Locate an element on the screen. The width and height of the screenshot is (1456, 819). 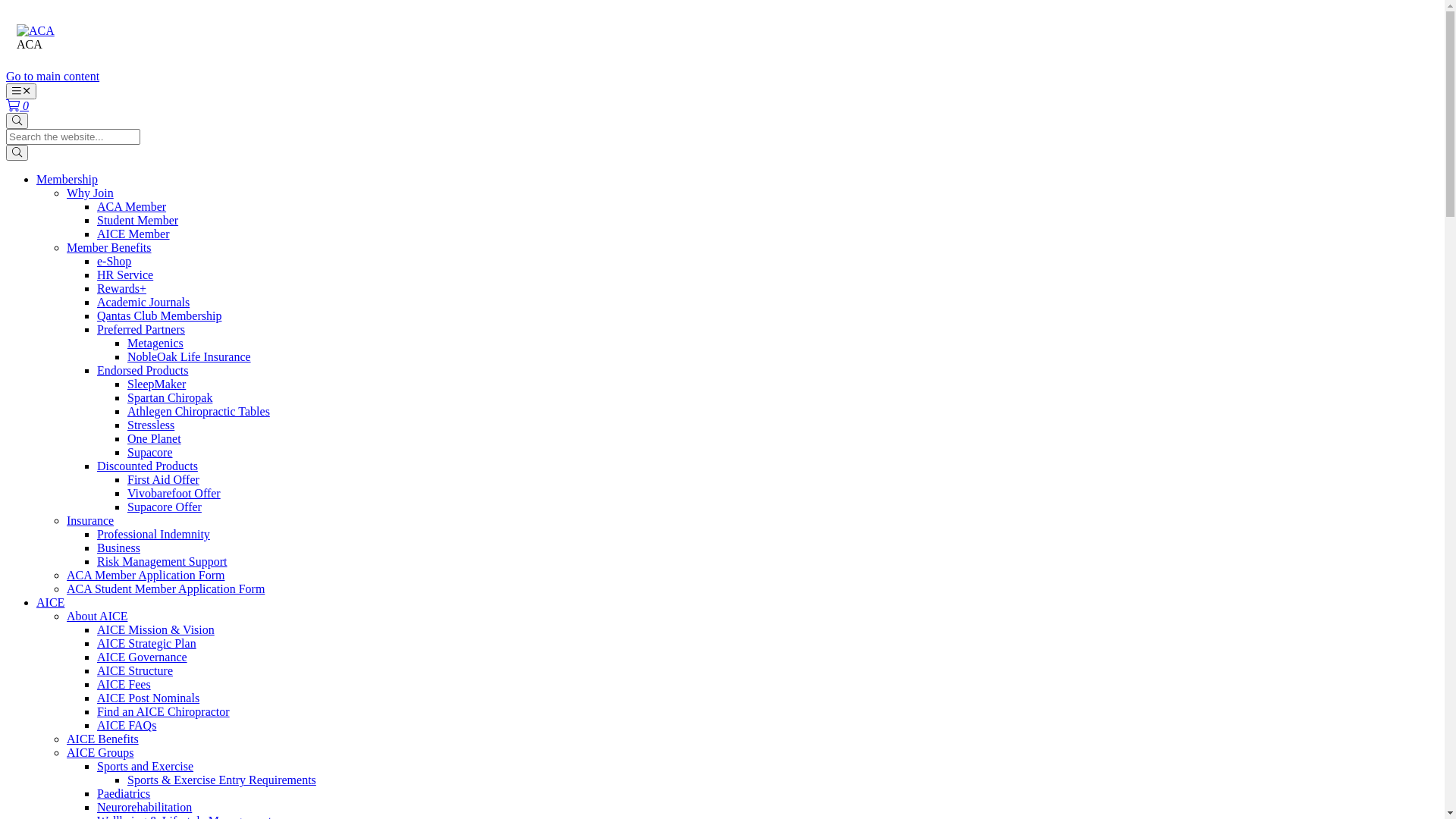
'Toggle menu Toggle menu' is located at coordinates (21, 91).